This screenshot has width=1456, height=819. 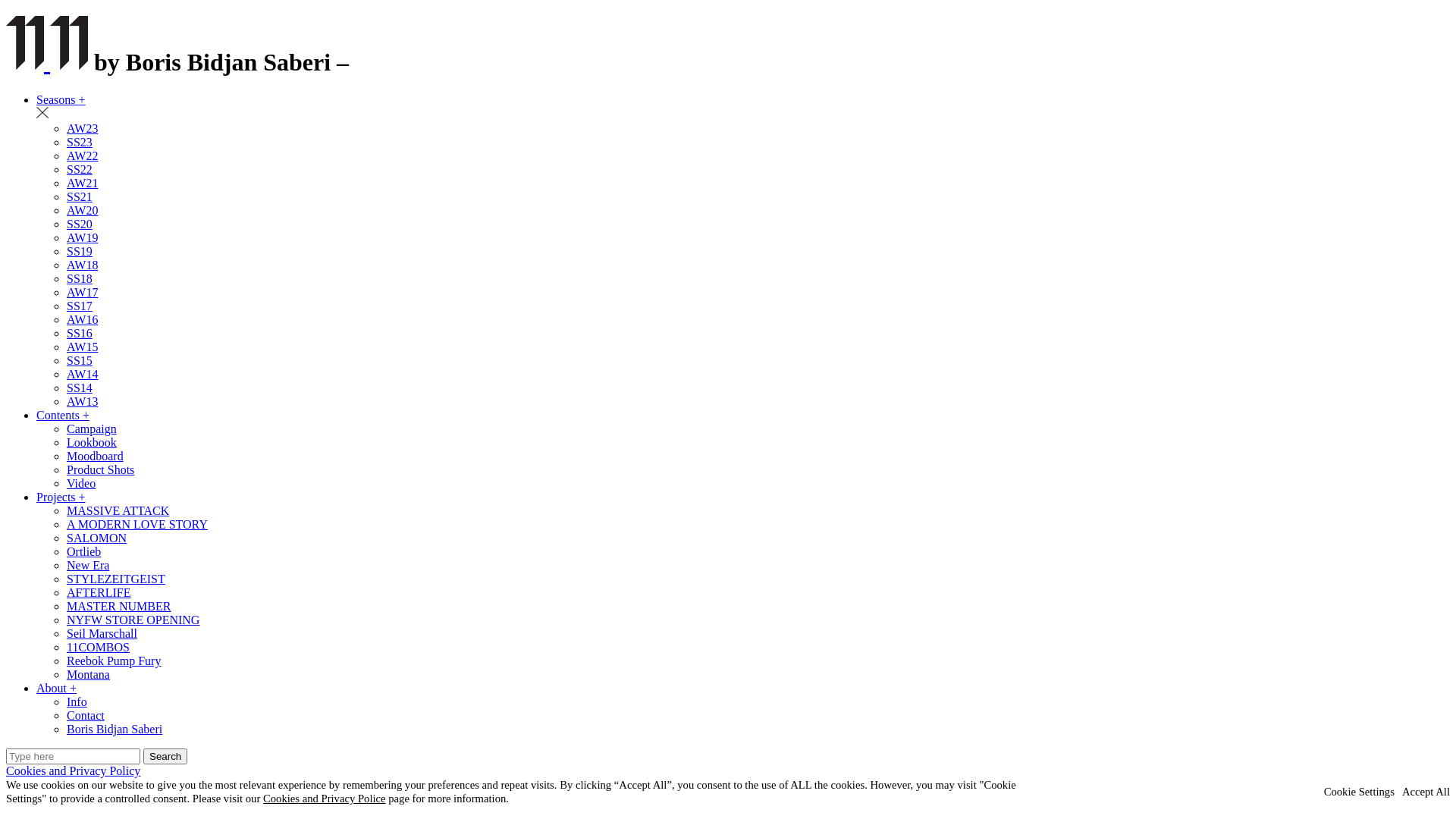 What do you see at coordinates (81, 127) in the screenshot?
I see `'AW23'` at bounding box center [81, 127].